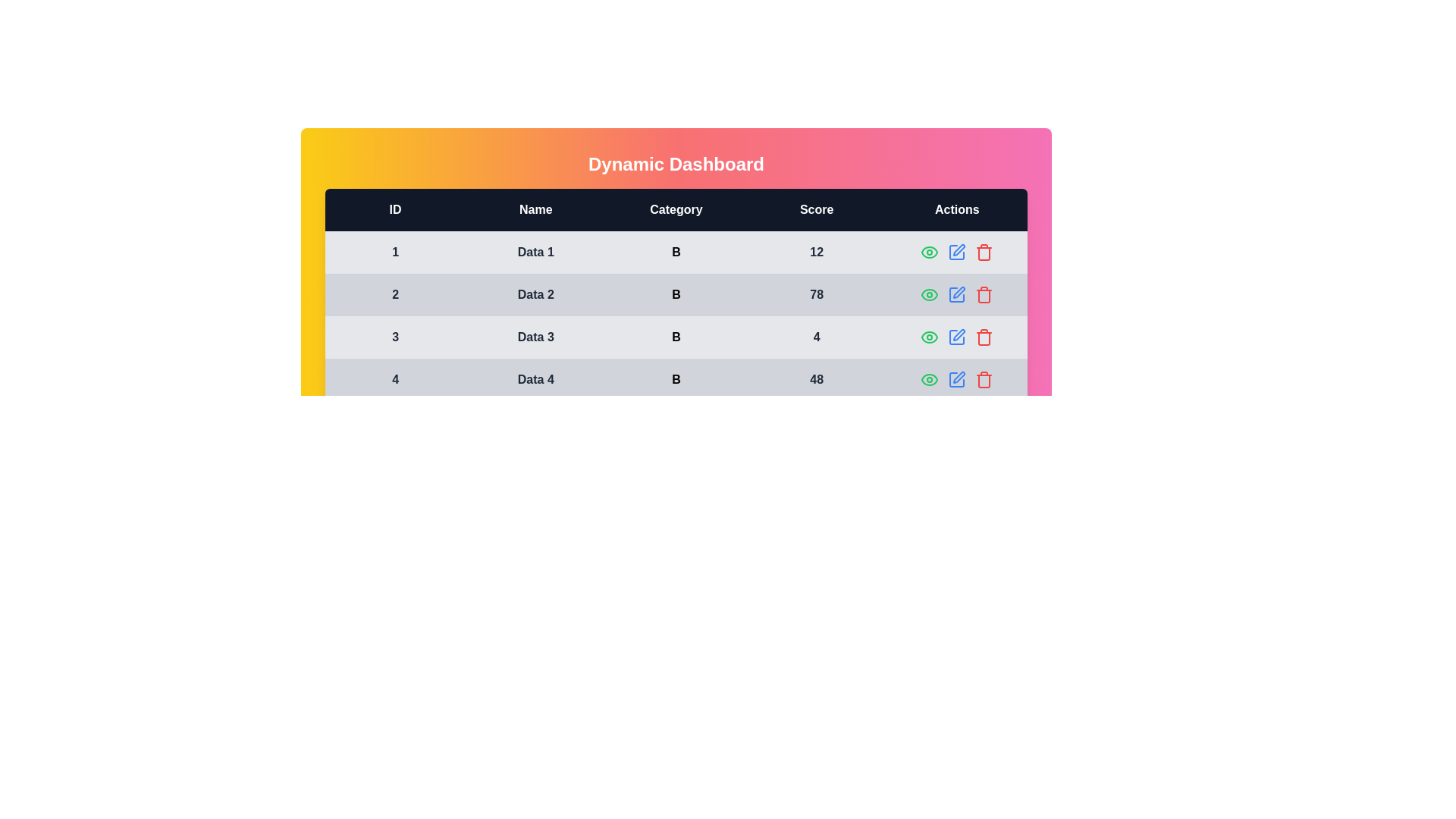 The image size is (1456, 819). I want to click on the row corresponding to 4, so click(984, 379).